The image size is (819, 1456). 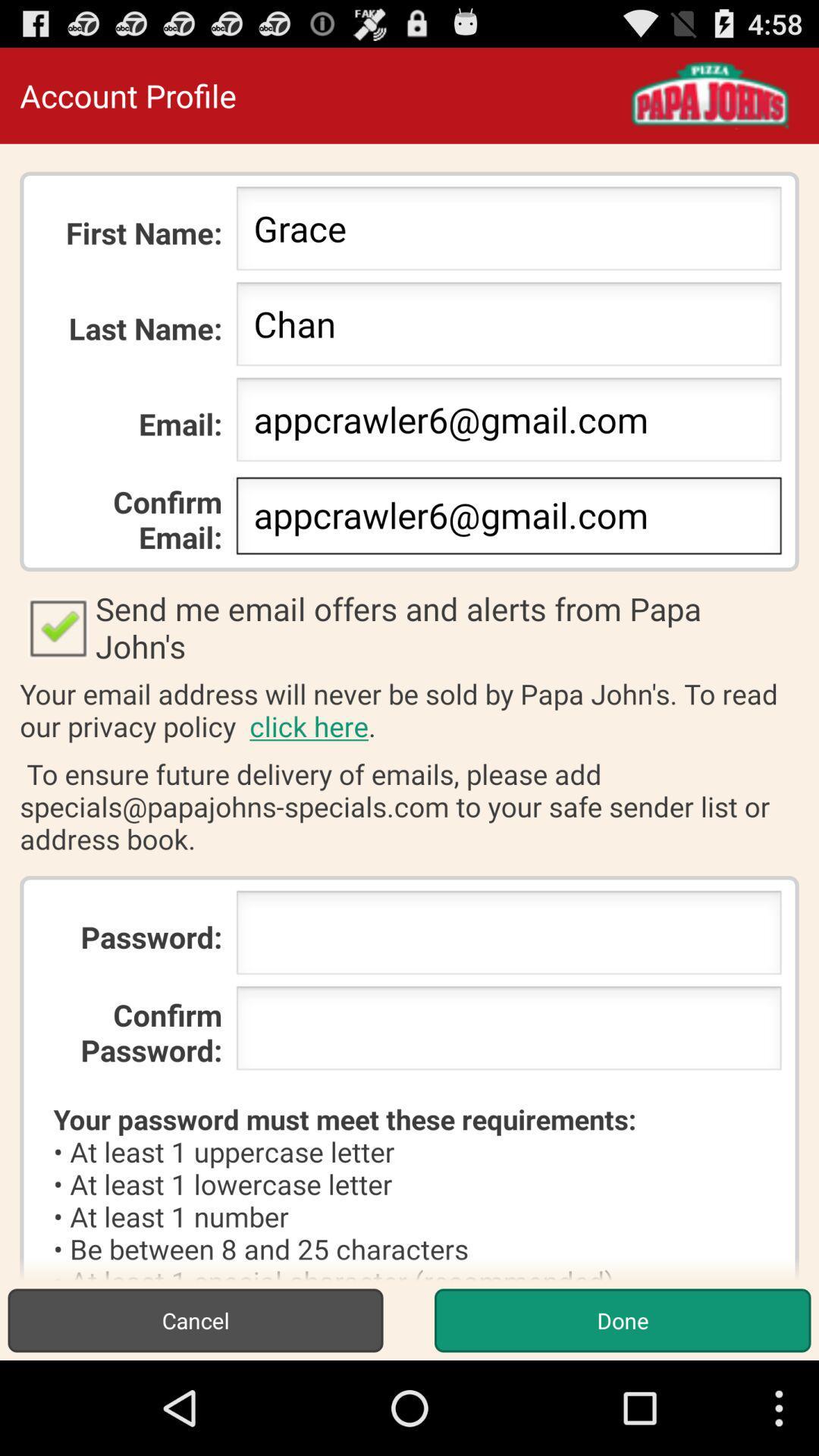 I want to click on chan icon, so click(x=509, y=328).